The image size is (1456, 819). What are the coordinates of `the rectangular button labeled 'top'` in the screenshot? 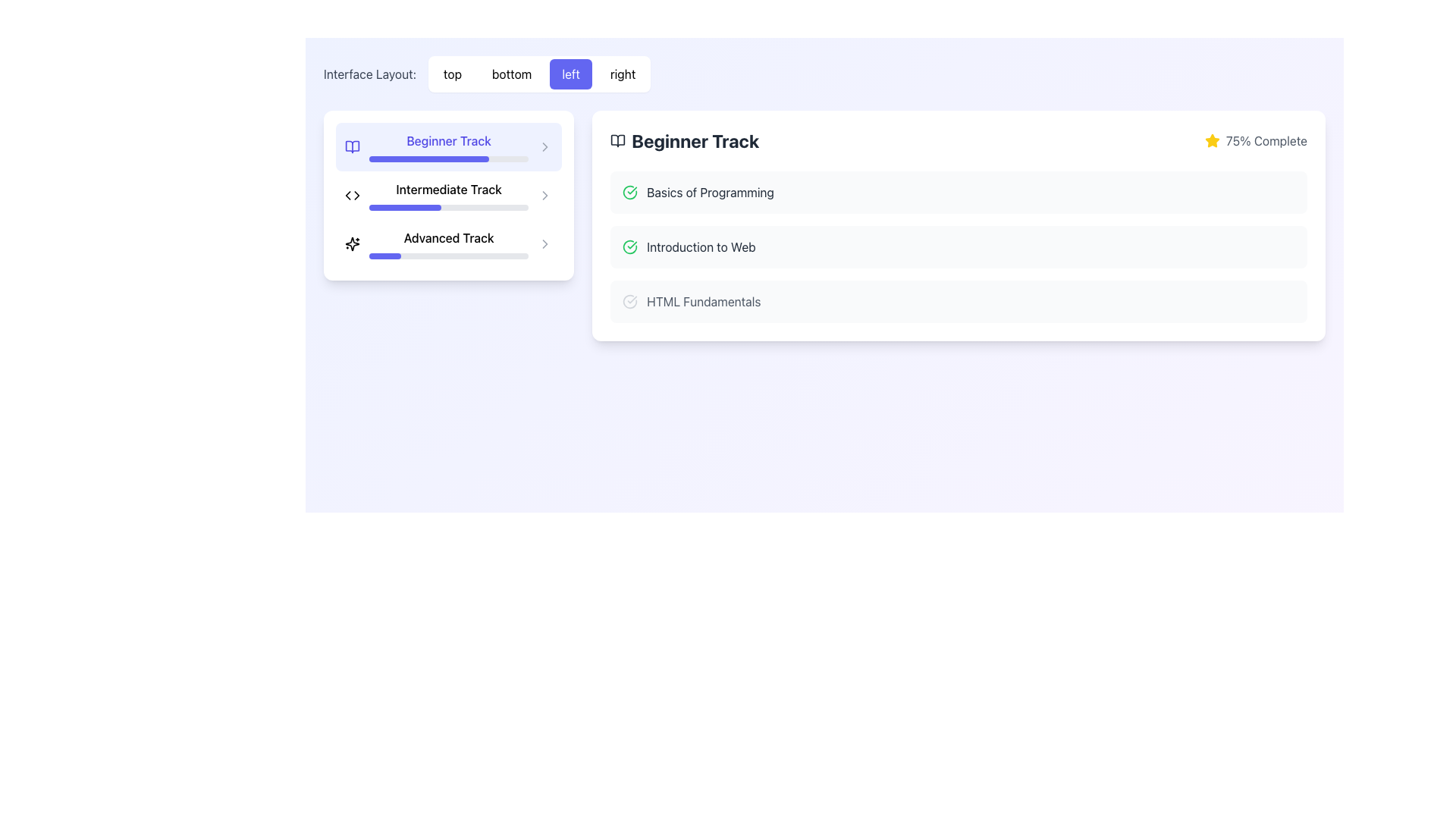 It's located at (451, 74).